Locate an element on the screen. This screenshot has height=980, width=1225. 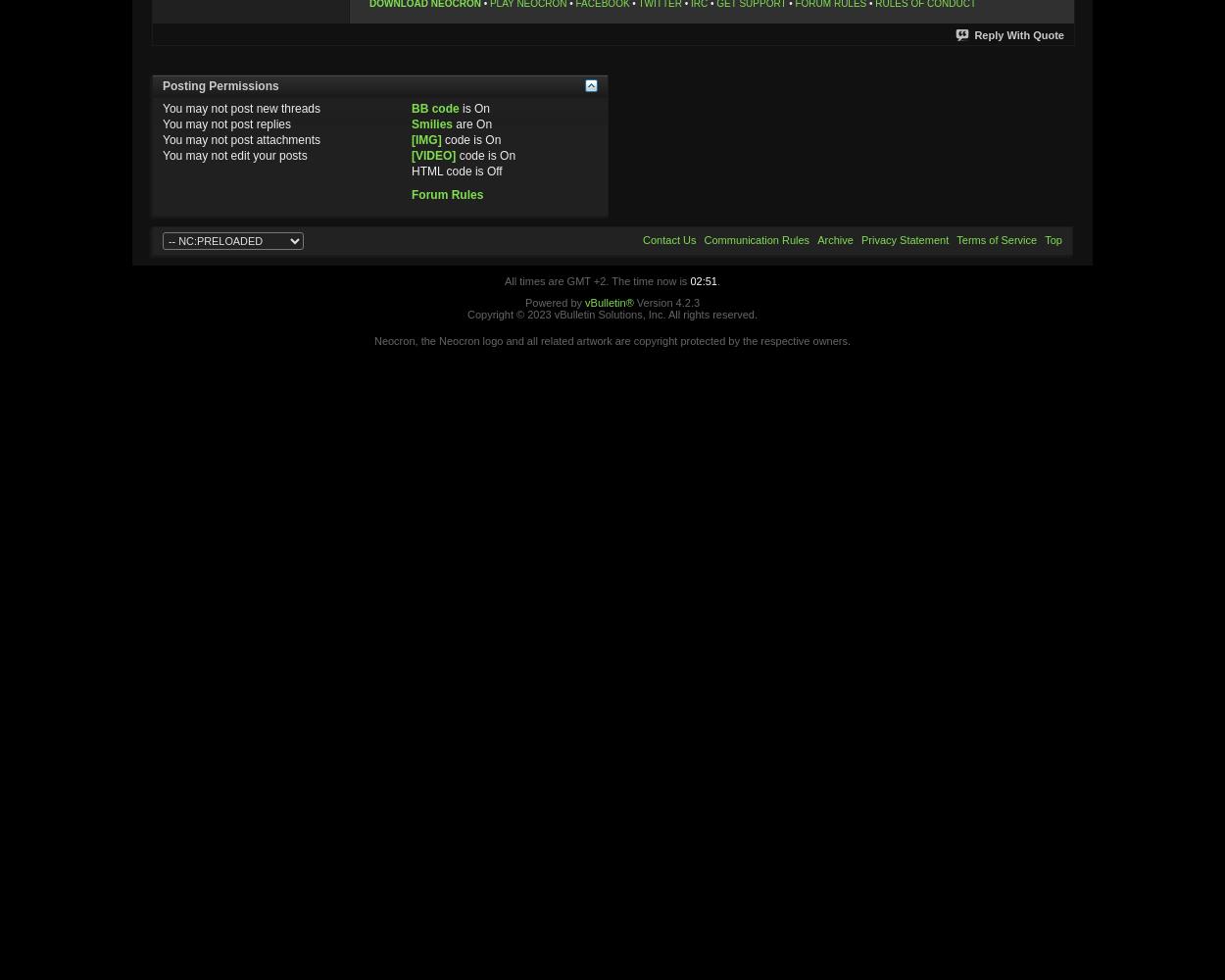
'Privacy Statement' is located at coordinates (904, 238).